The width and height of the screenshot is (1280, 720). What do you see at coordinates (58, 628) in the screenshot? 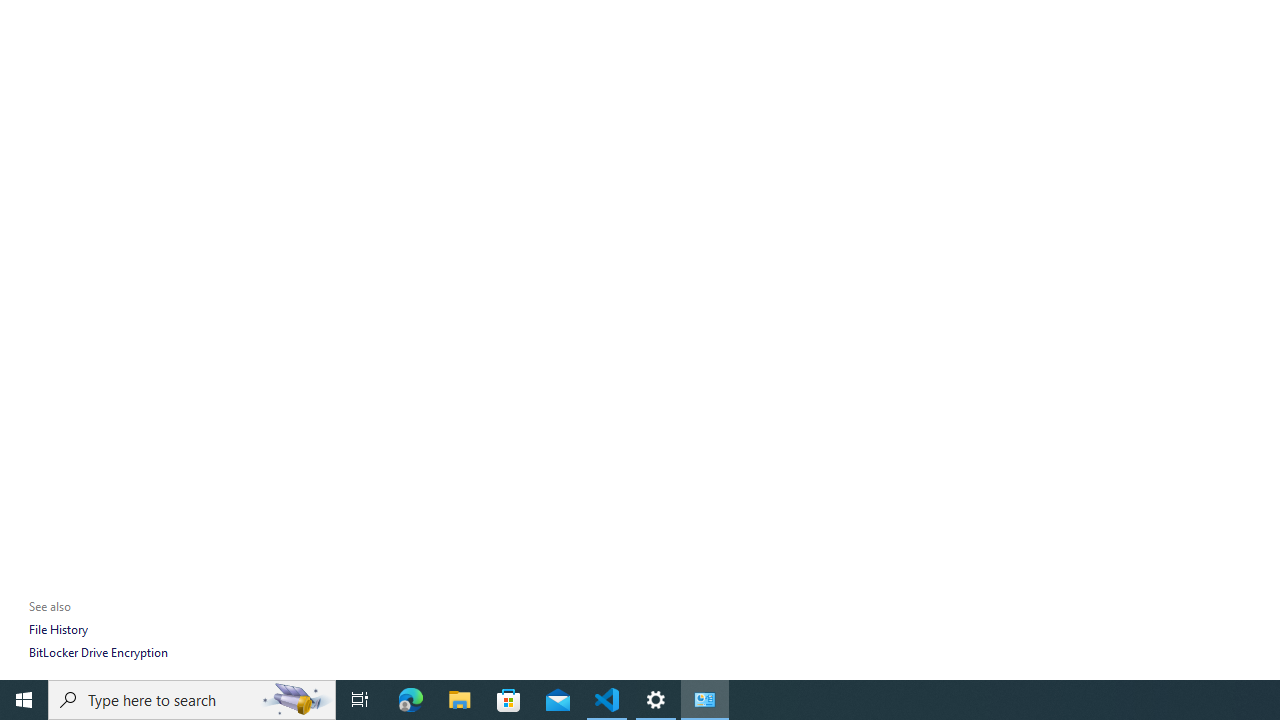
I see `'File History'` at bounding box center [58, 628].